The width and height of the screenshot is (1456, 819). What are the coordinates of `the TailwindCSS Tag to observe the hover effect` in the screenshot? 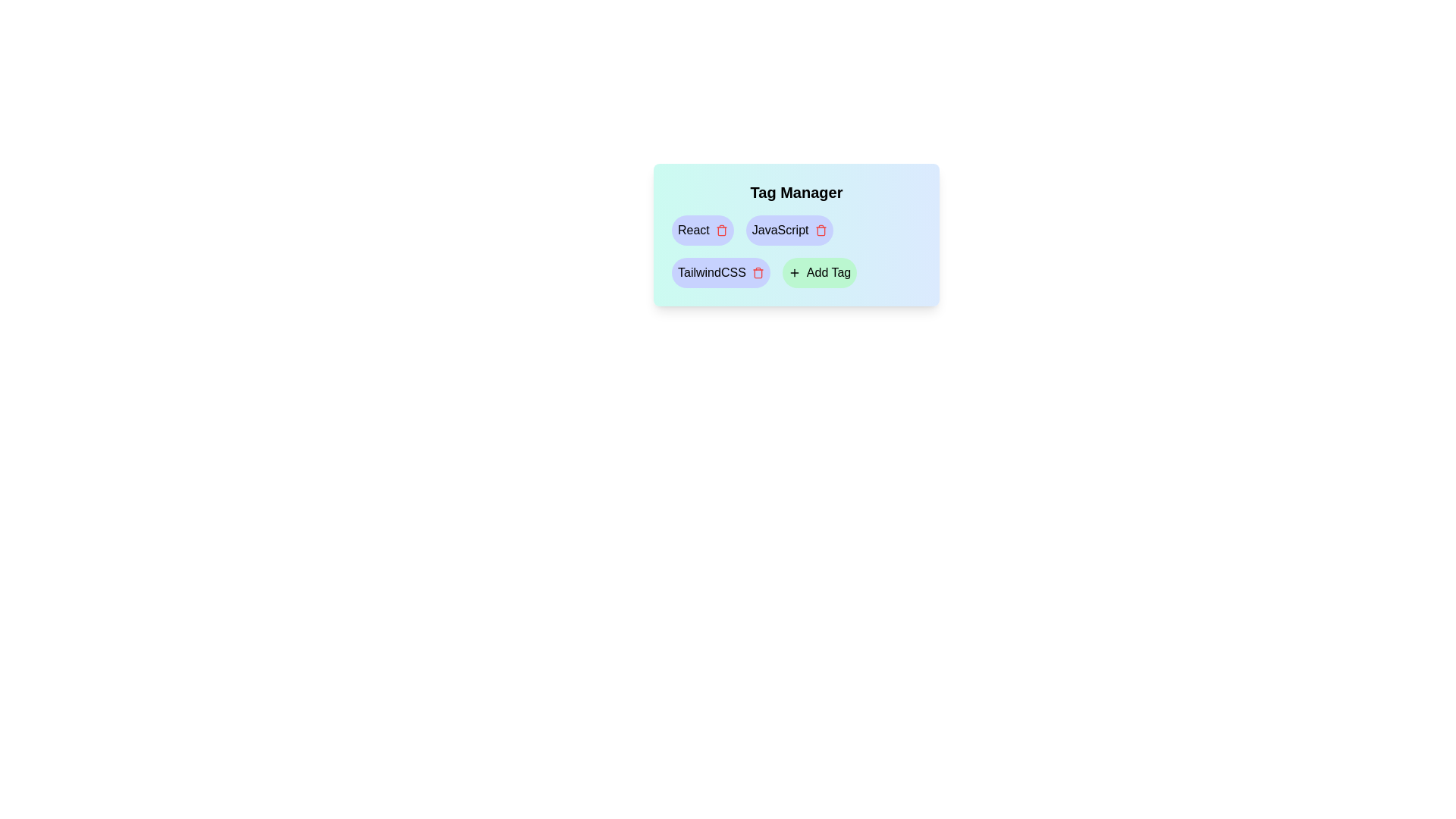 It's located at (720, 271).